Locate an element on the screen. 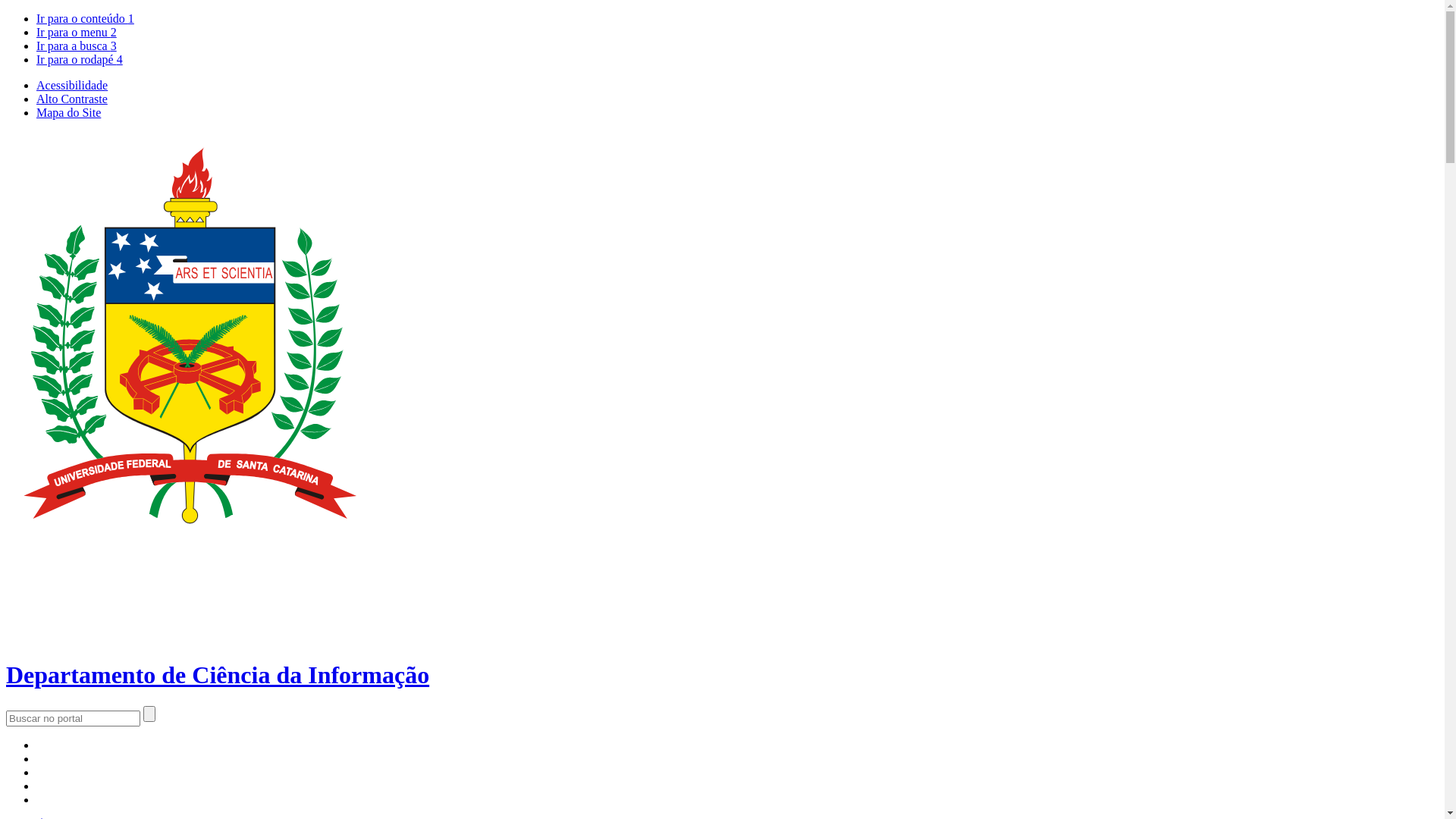 The height and width of the screenshot is (819, 1456). 'Acessibilidade' is located at coordinates (71, 85).